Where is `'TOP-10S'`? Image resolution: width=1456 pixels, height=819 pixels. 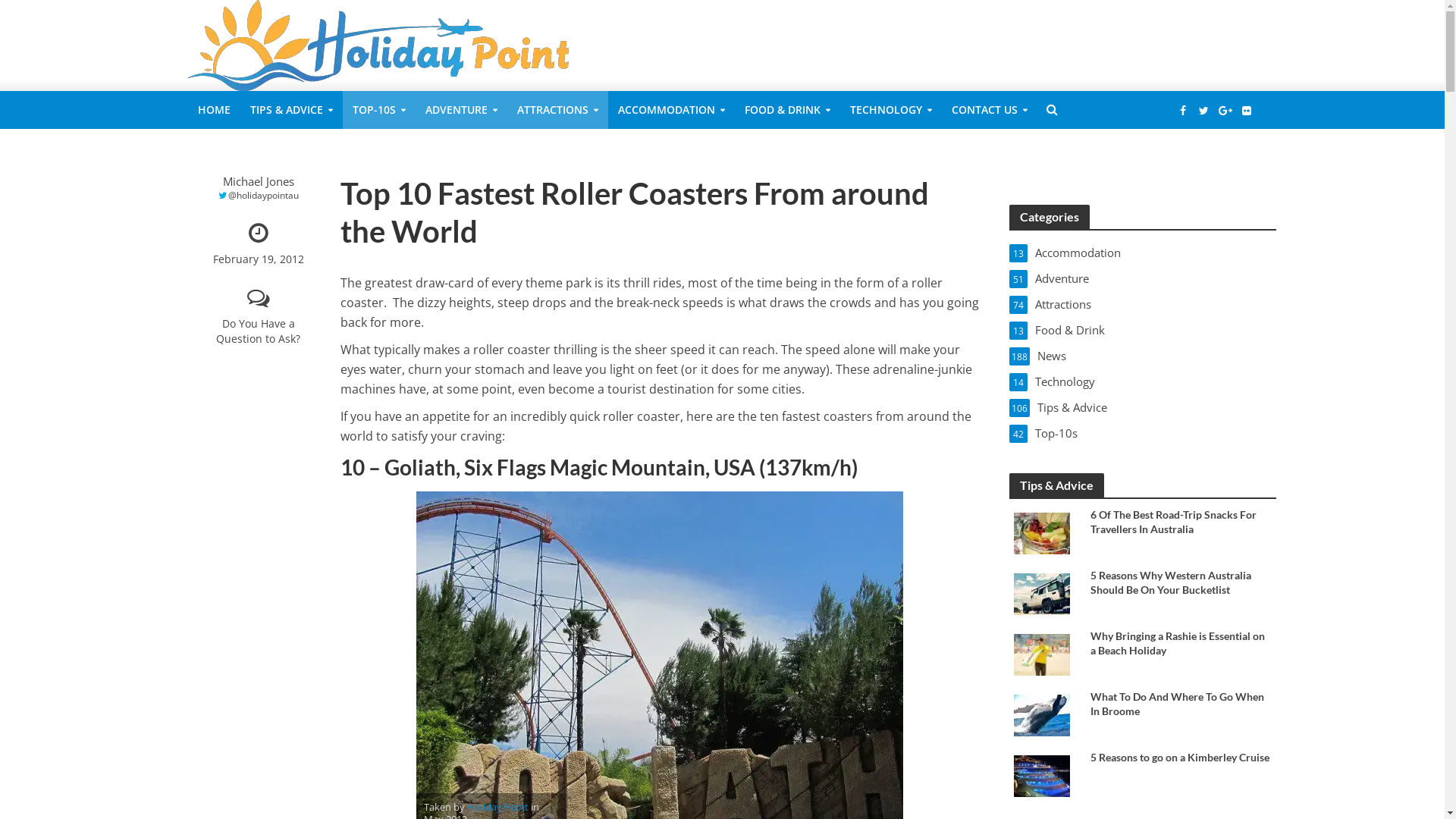
'TOP-10S' is located at coordinates (378, 109).